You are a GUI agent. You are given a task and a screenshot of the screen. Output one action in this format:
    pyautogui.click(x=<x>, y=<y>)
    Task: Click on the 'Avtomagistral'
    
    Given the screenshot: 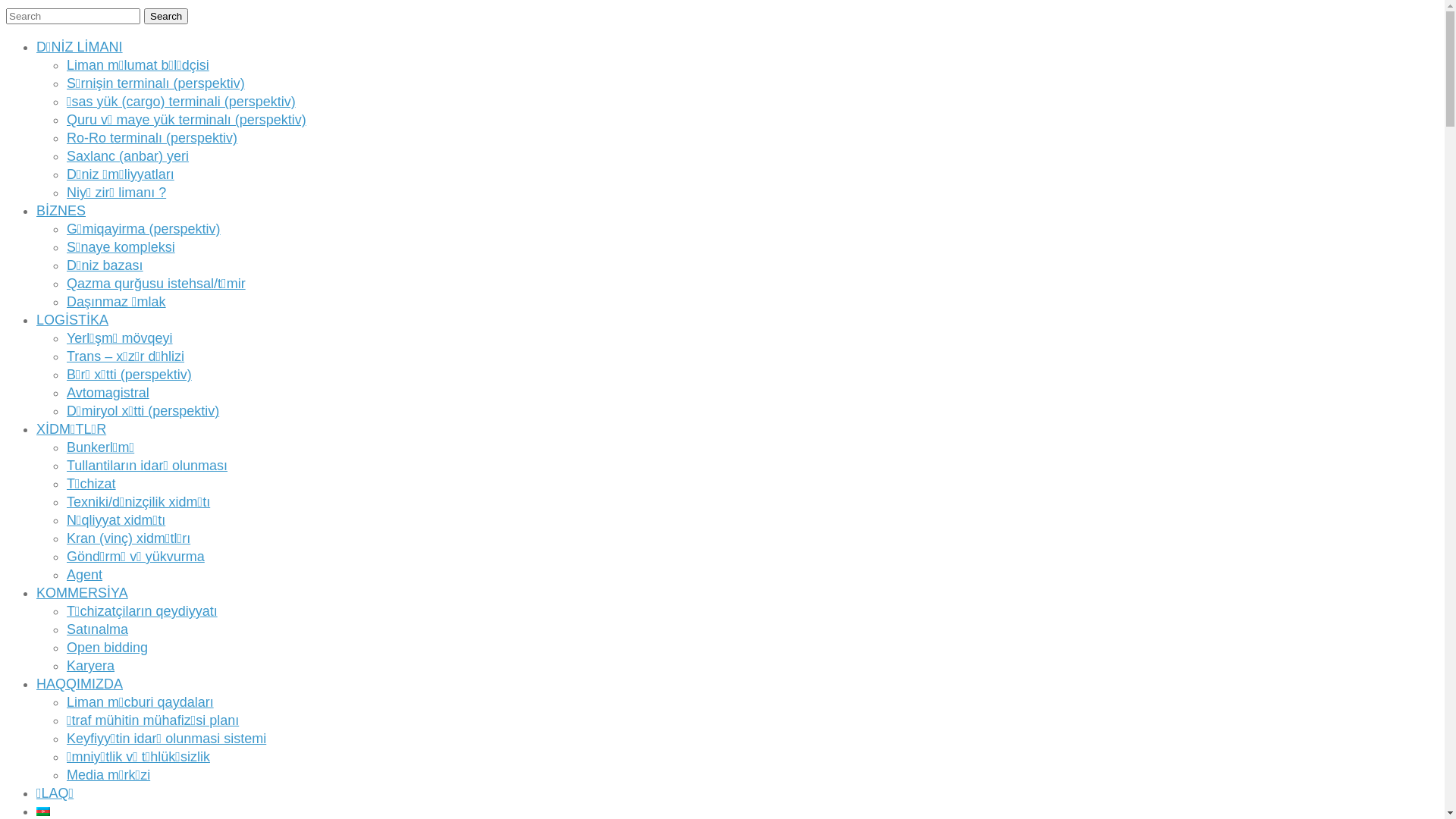 What is the action you would take?
    pyautogui.click(x=107, y=391)
    